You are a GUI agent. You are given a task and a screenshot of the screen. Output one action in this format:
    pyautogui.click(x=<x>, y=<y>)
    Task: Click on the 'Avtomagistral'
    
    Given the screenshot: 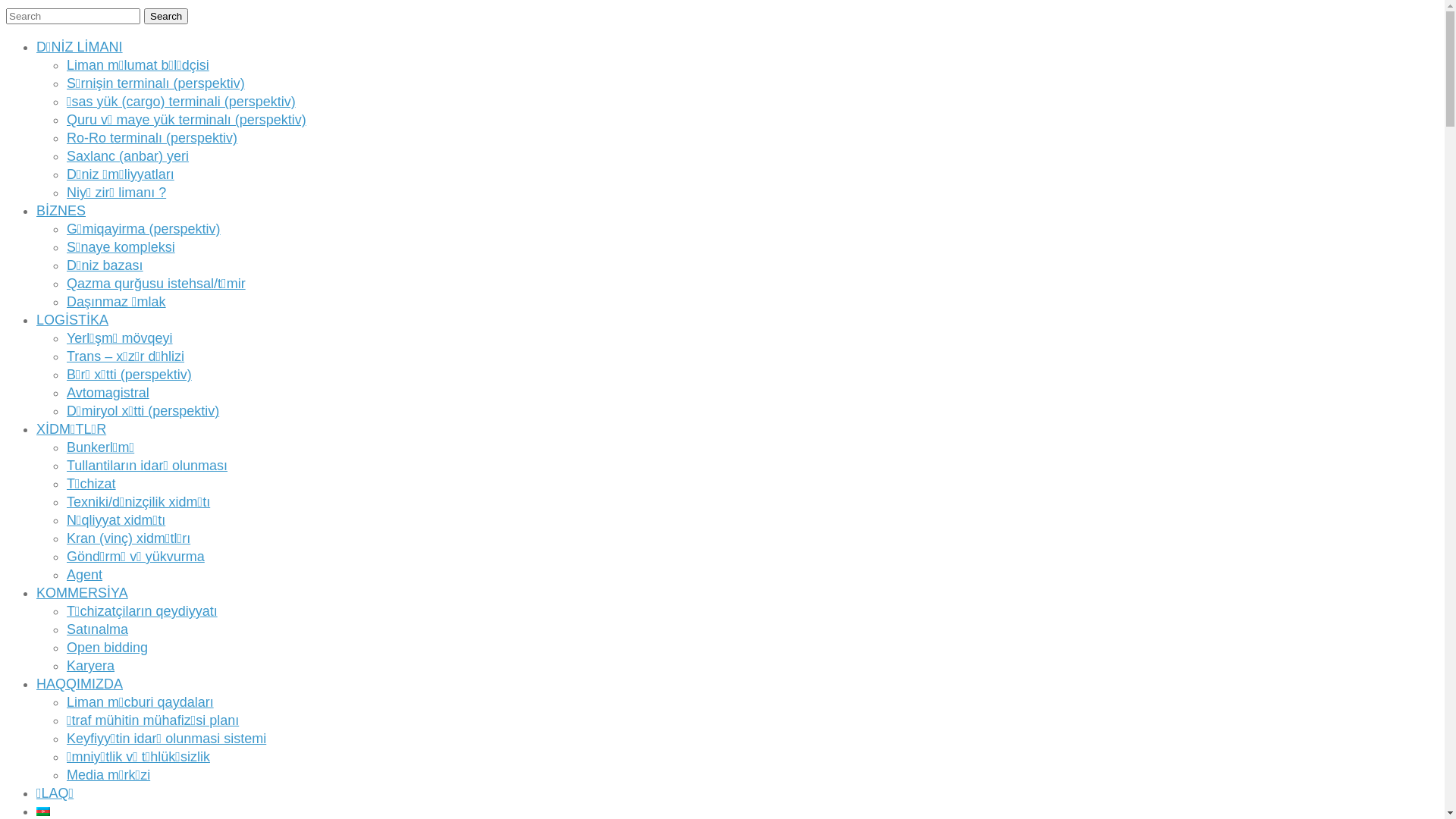 What is the action you would take?
    pyautogui.click(x=107, y=391)
    